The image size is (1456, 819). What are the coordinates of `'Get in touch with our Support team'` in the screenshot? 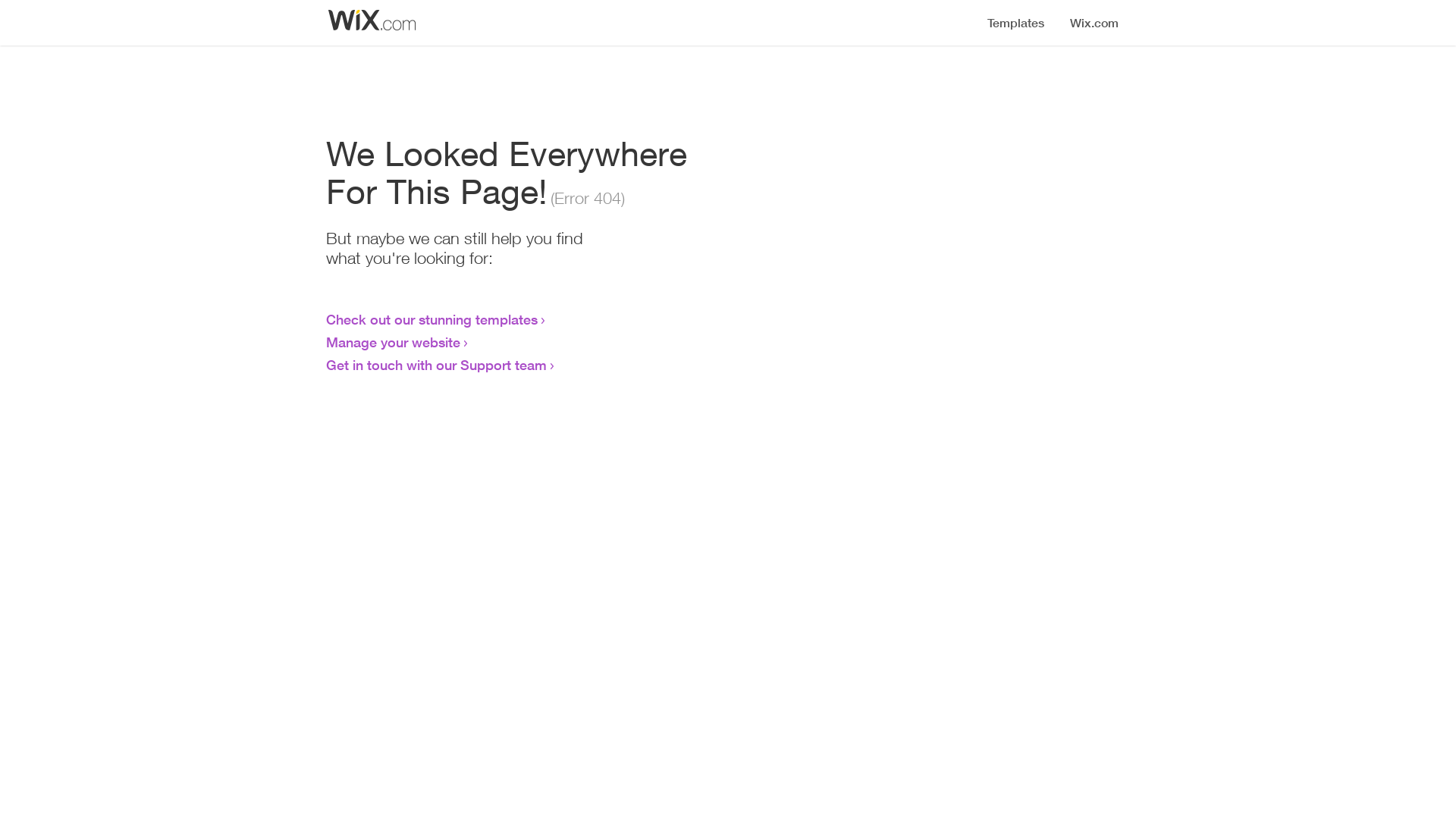 It's located at (325, 365).